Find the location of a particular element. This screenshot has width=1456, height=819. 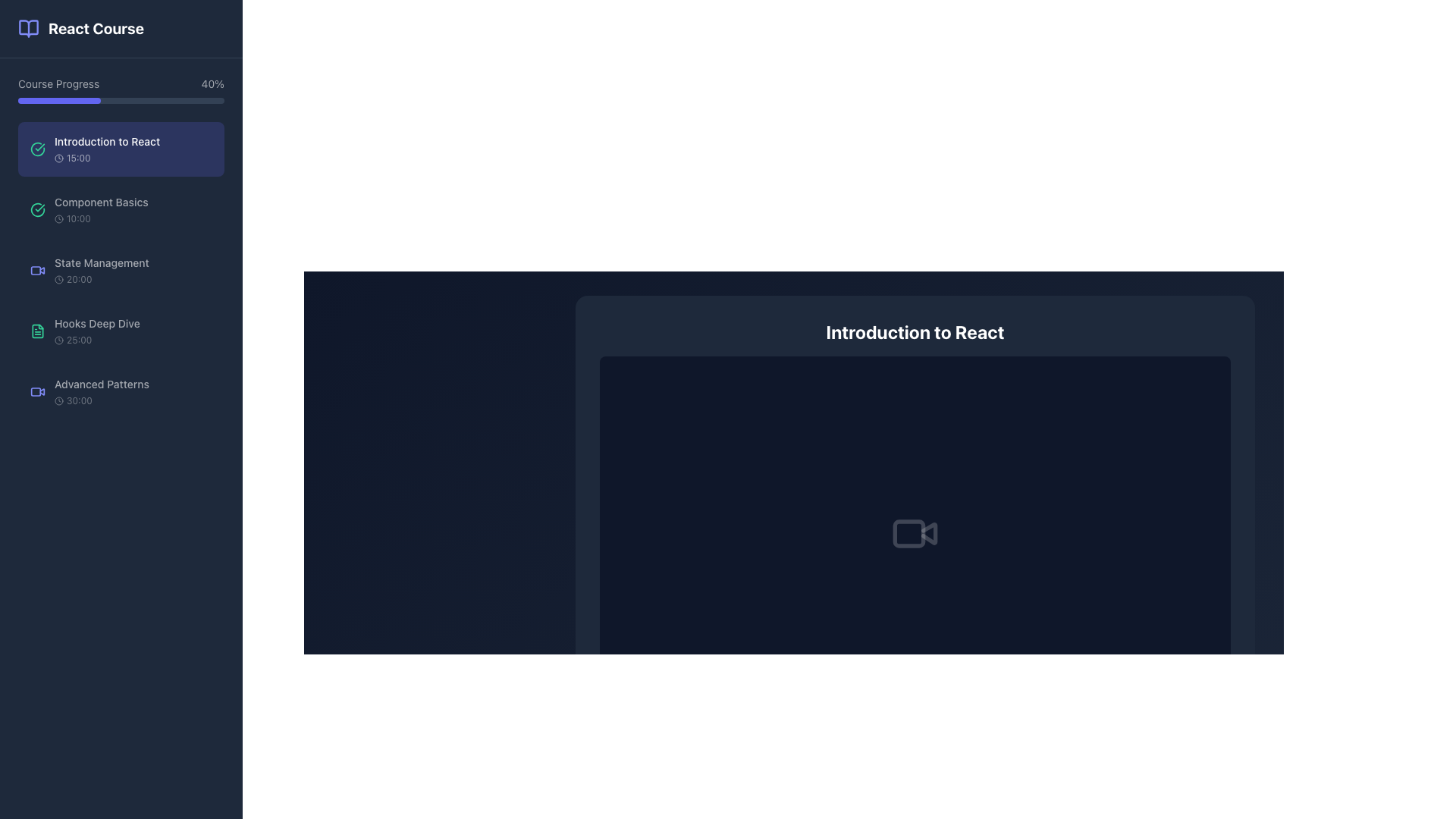

the interactive list item labeled 'Component Basics' is located at coordinates (120, 210).